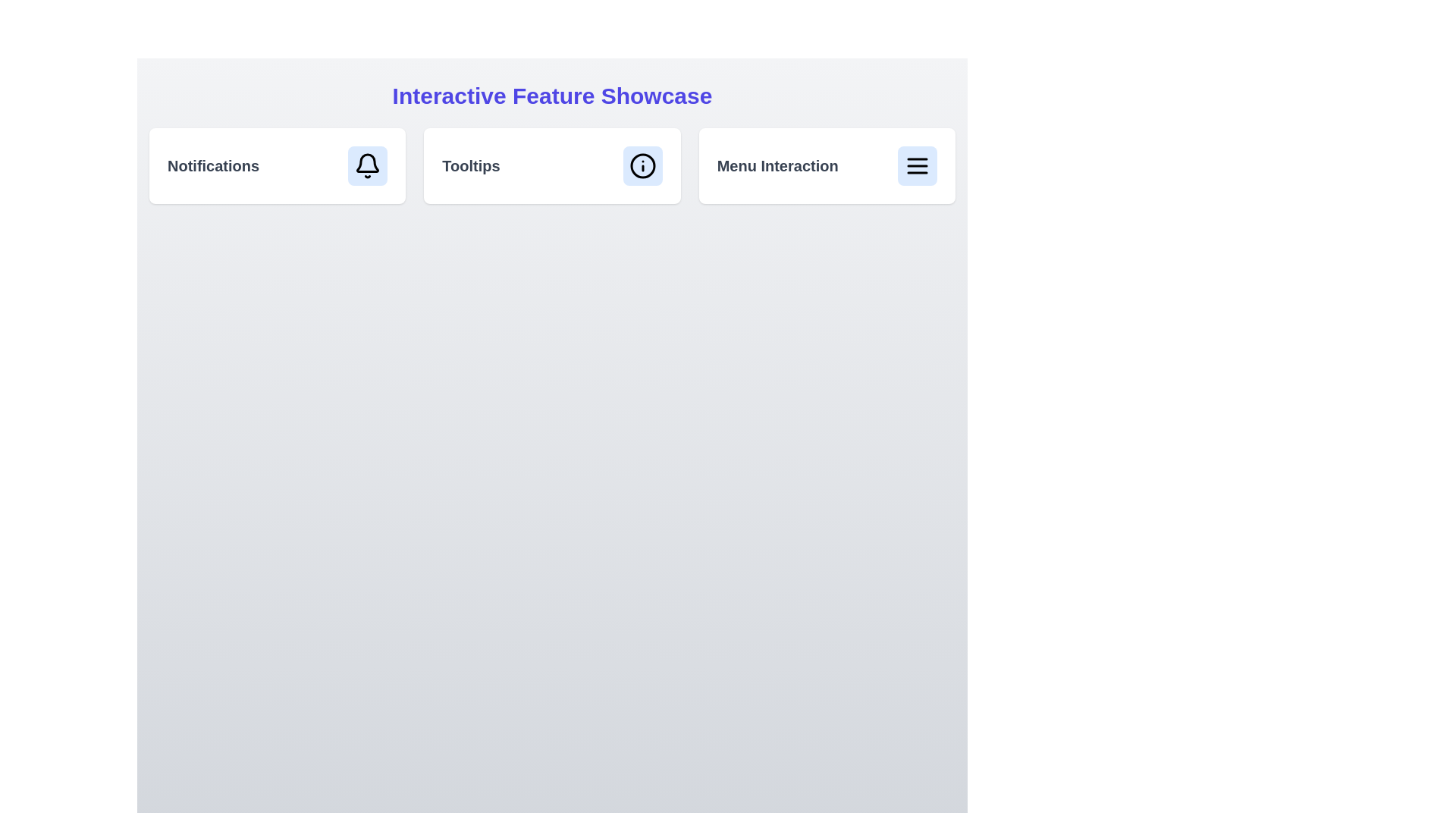 This screenshot has width=1456, height=819. I want to click on the tooltip indicator icon located at the horizontal center of the second segment labeled 'Tooltips', which provides additional details or context when interacted with, so click(642, 166).